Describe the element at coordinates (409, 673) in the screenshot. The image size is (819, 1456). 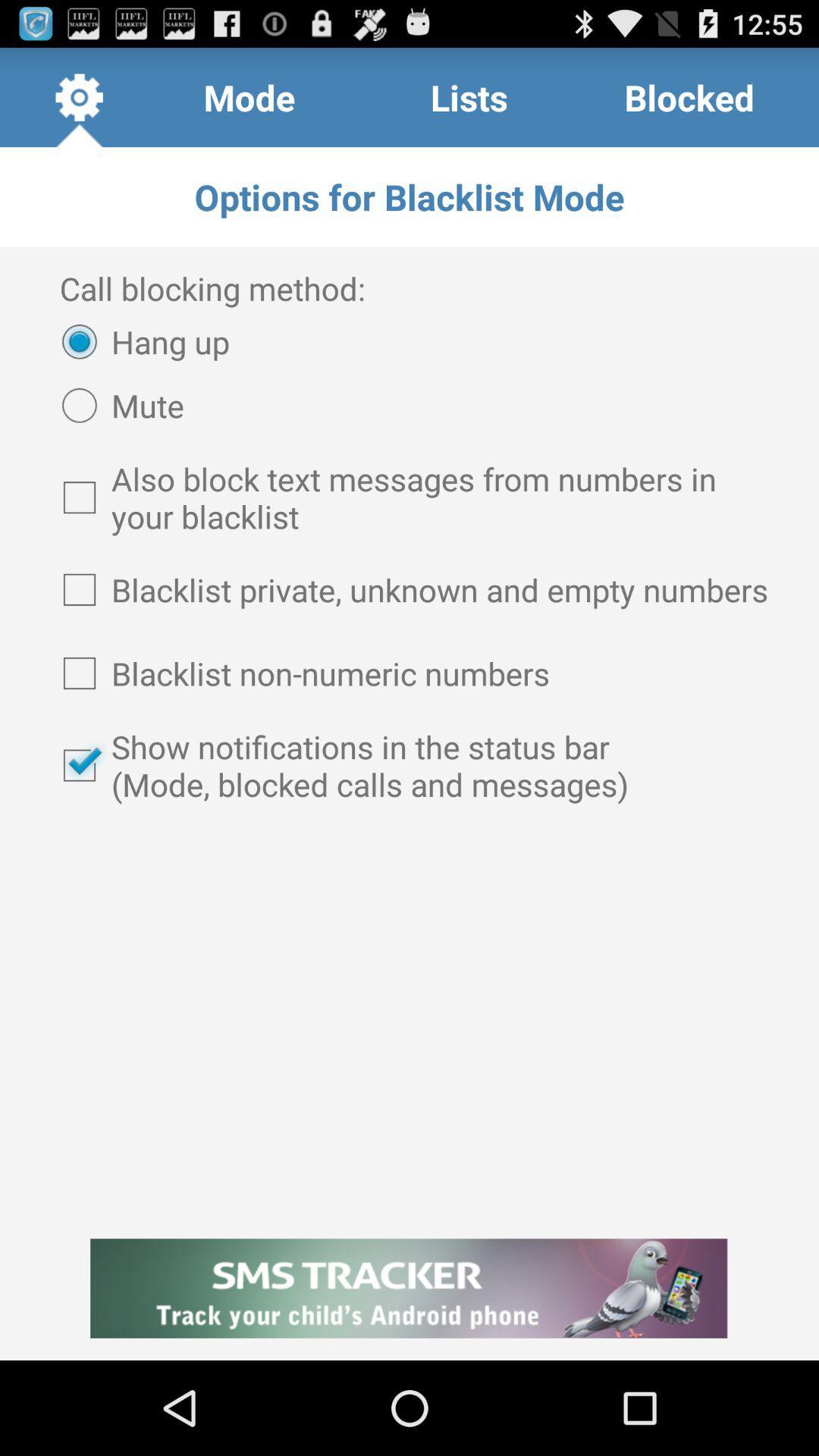
I see `blacklist non numeric item` at that location.